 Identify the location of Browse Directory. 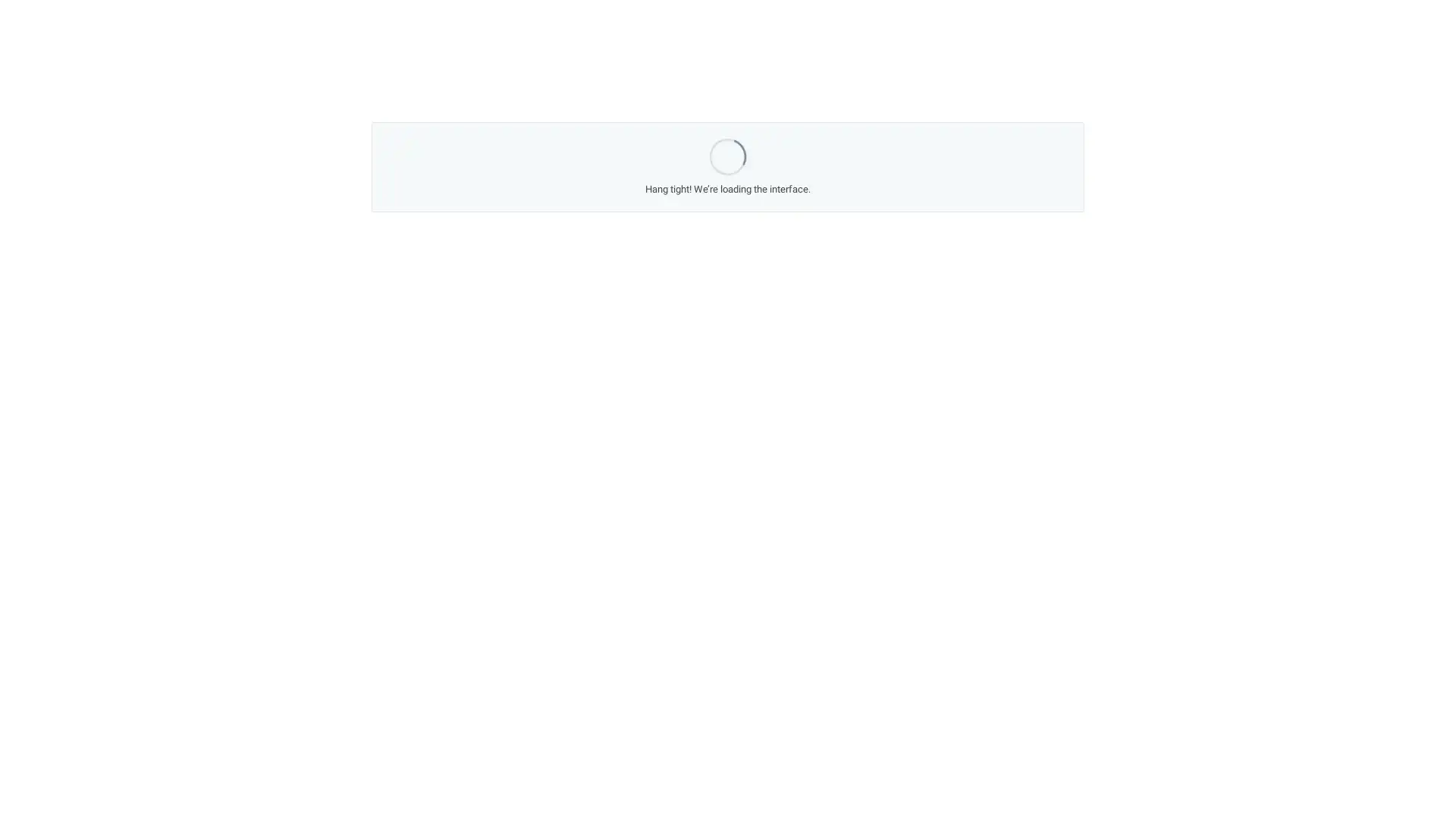
(912, 359).